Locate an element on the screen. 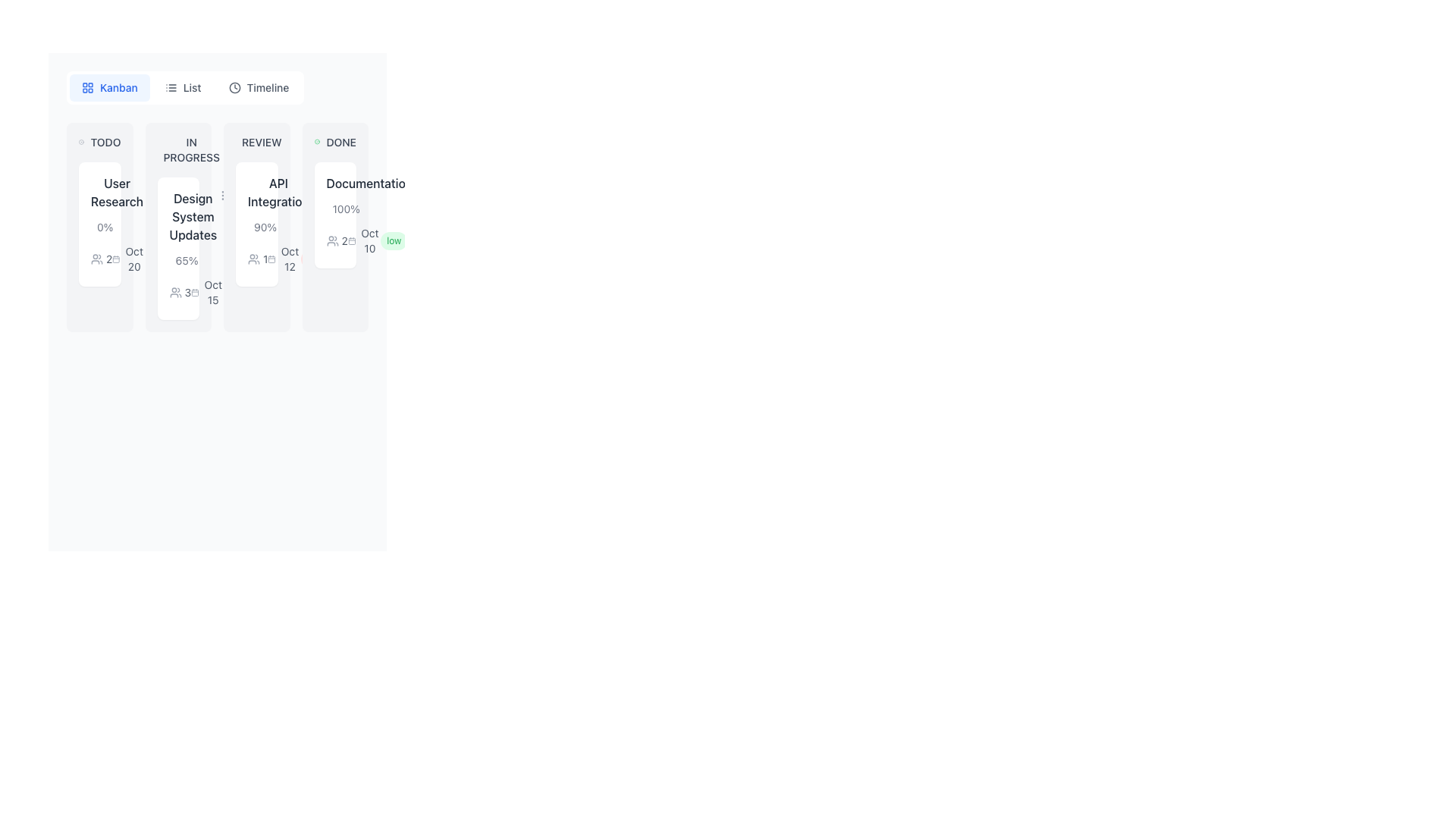 The height and width of the screenshot is (819, 1456). the Progress indicator text displaying '0%' which is located within the 'TODO' column for task management, above the date 'Oct 20' is located at coordinates (99, 227).